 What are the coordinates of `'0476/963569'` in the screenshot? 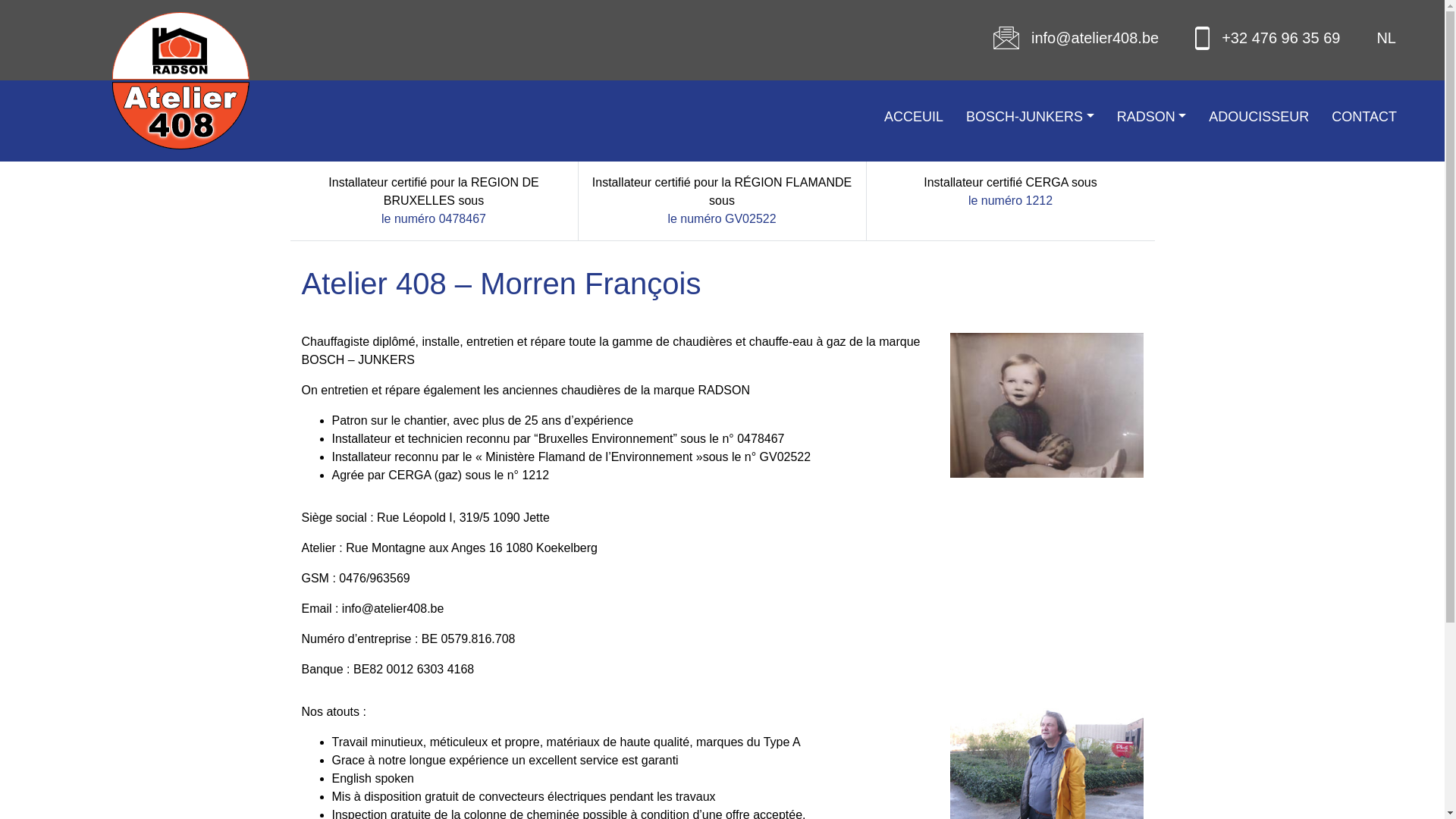 It's located at (374, 578).